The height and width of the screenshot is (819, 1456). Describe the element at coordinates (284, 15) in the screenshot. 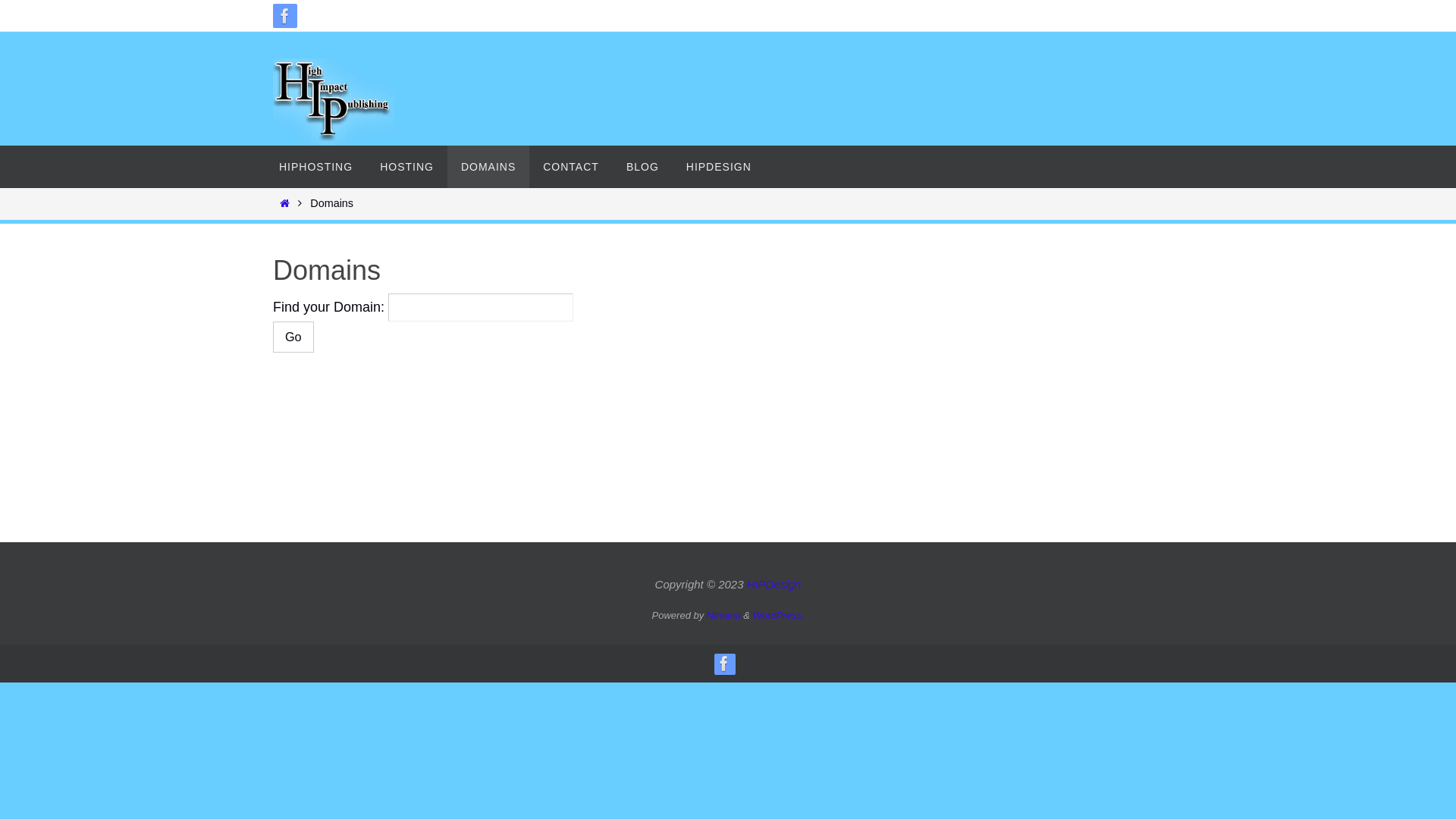

I see `'Facebook'` at that location.